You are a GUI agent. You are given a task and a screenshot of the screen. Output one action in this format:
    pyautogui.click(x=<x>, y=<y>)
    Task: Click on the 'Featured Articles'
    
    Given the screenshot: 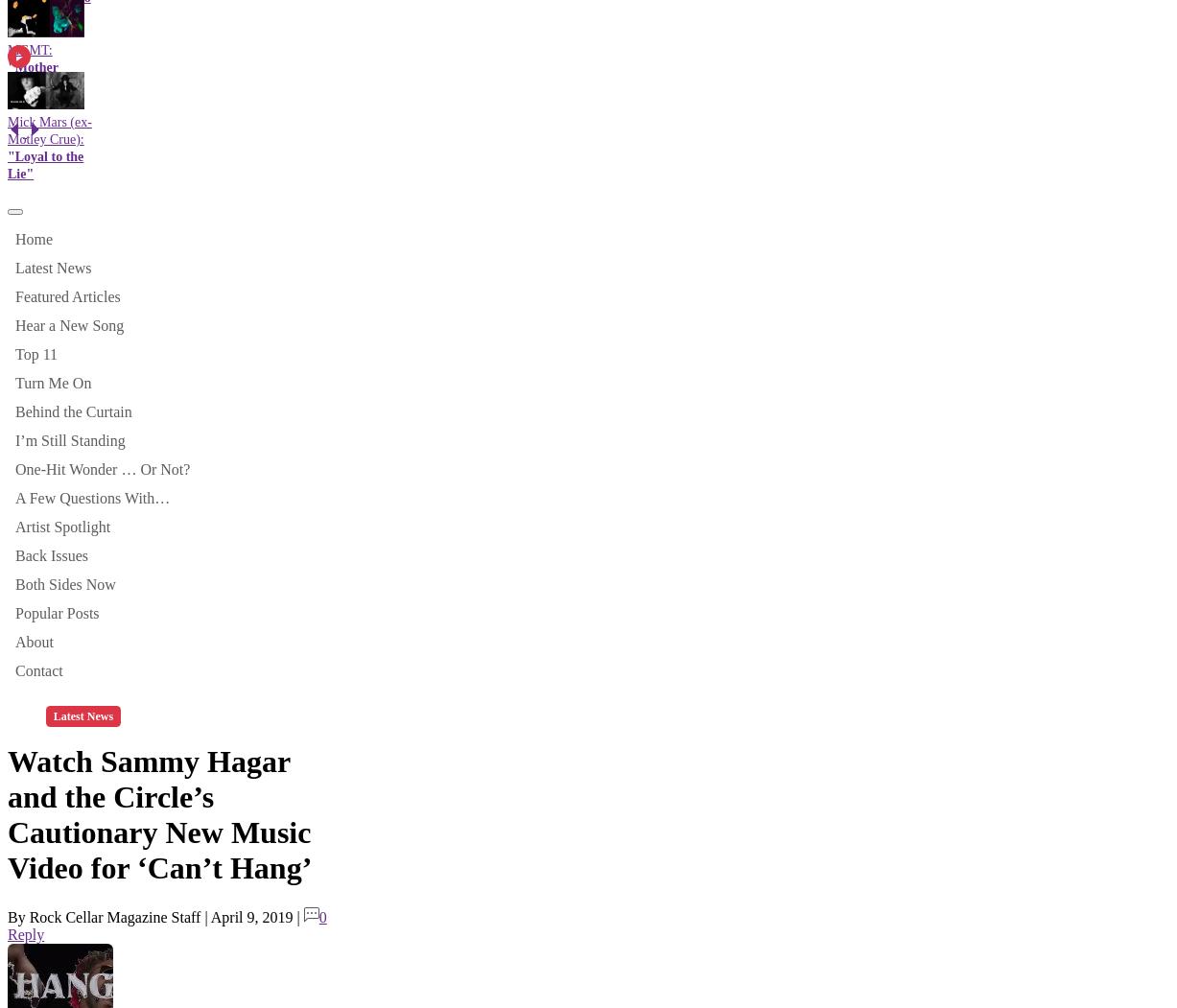 What is the action you would take?
    pyautogui.click(x=67, y=294)
    